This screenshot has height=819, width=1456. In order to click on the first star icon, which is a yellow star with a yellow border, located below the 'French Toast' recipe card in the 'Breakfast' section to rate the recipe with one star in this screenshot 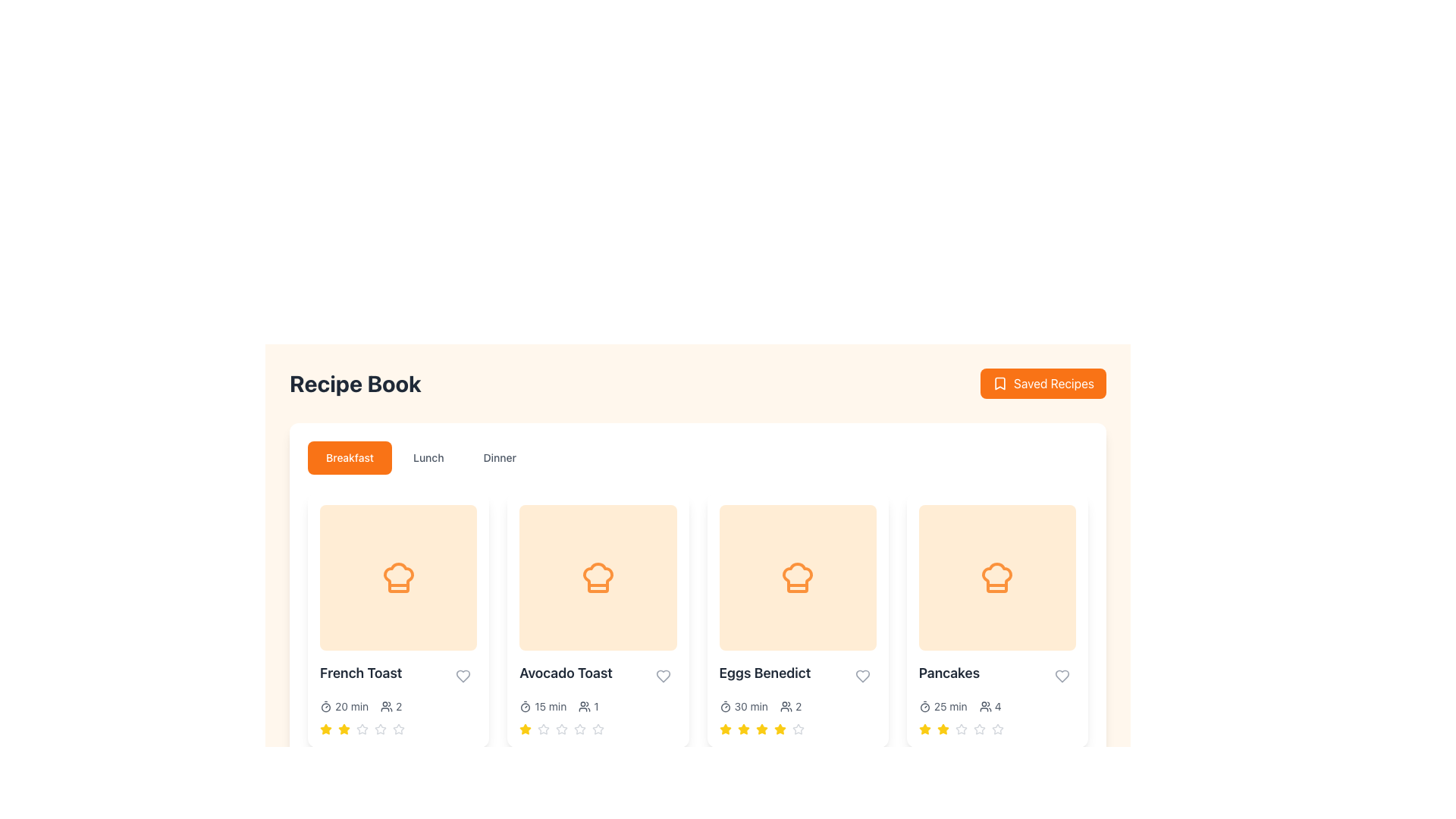, I will do `click(325, 728)`.